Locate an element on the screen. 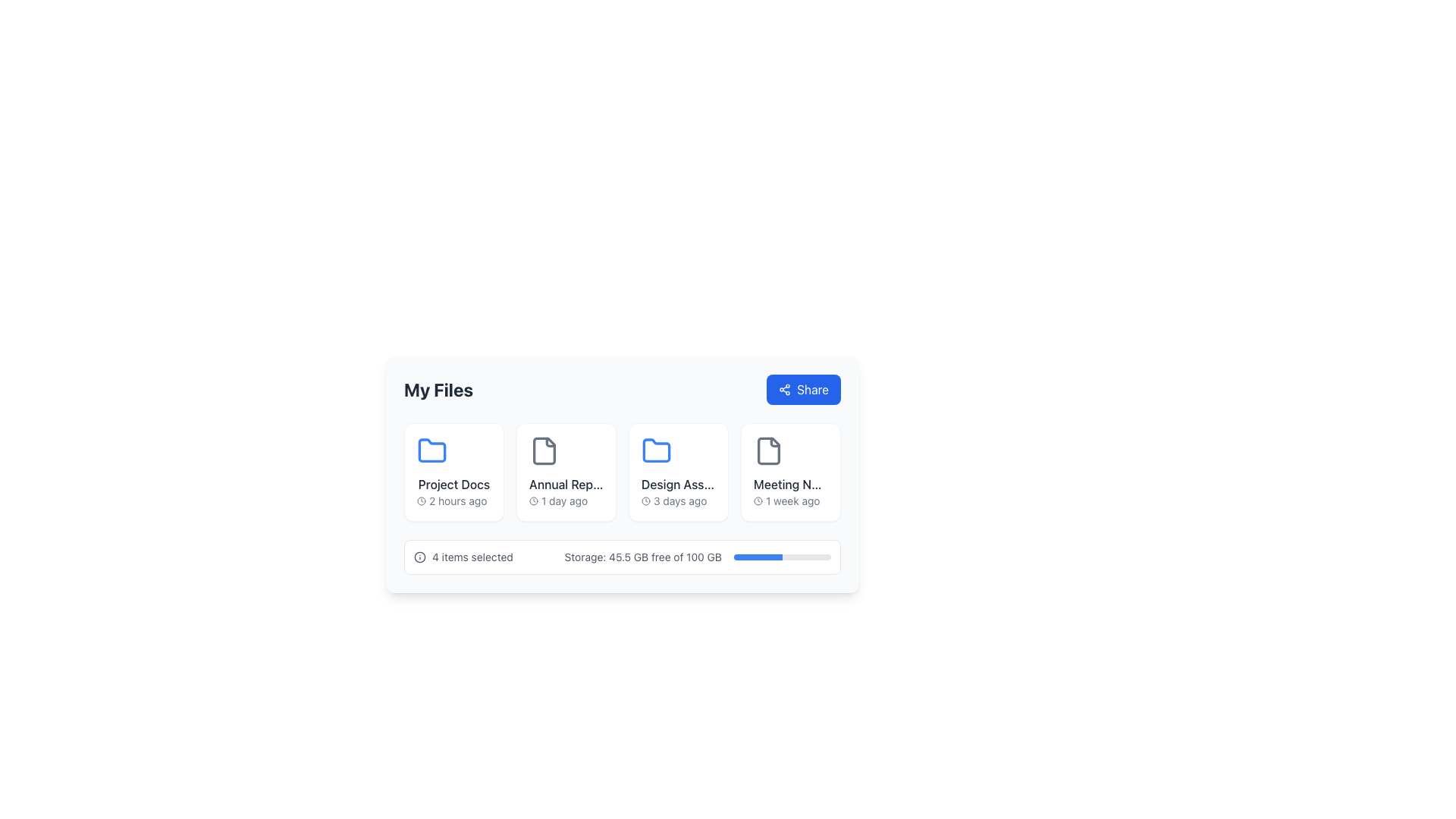  the graphical icon representing the 'Annual Report' file entry located is located at coordinates (544, 450).